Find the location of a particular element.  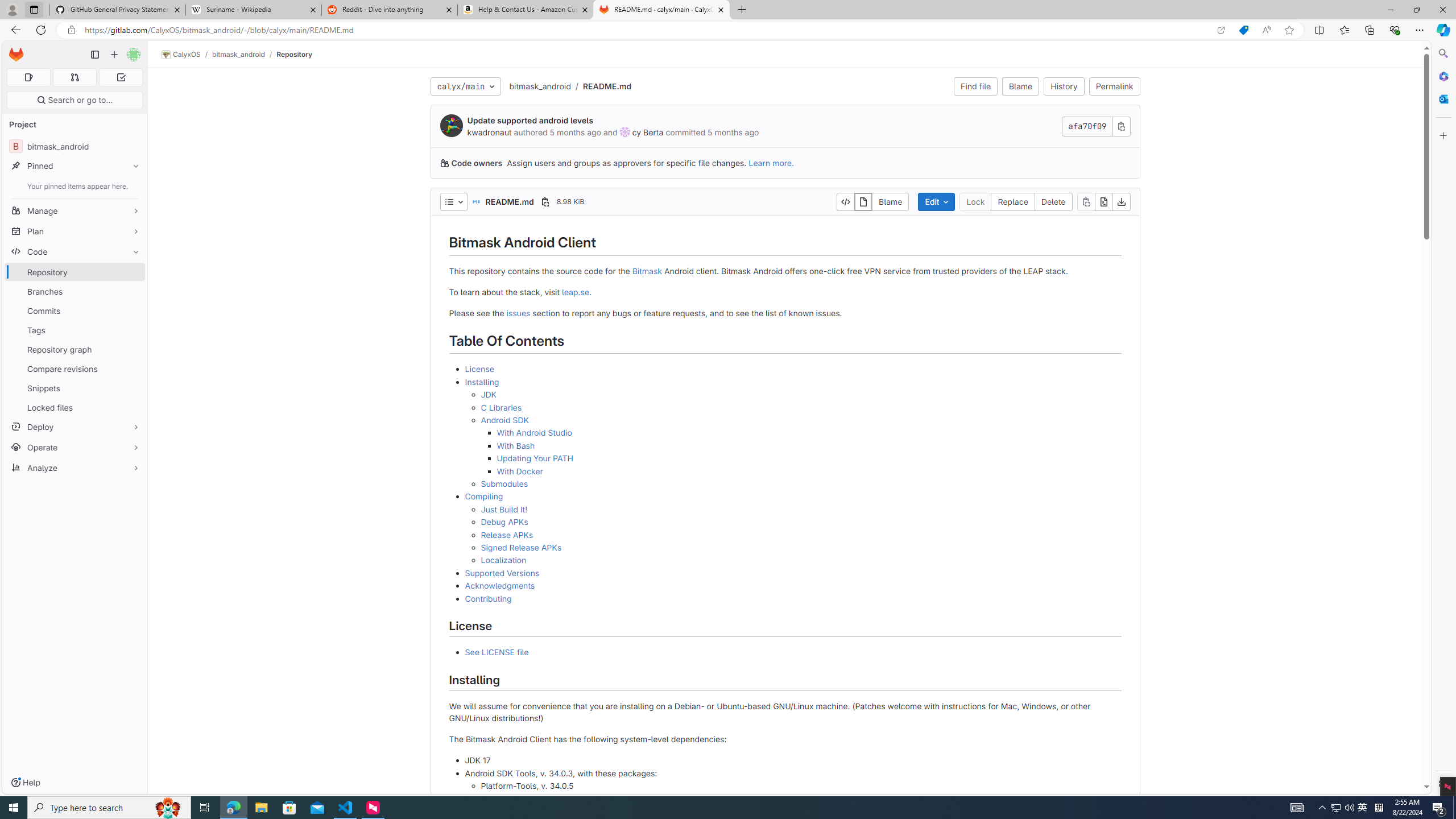

'Class: s16 gl-icon gl-button-icon ' is located at coordinates (1120, 126).